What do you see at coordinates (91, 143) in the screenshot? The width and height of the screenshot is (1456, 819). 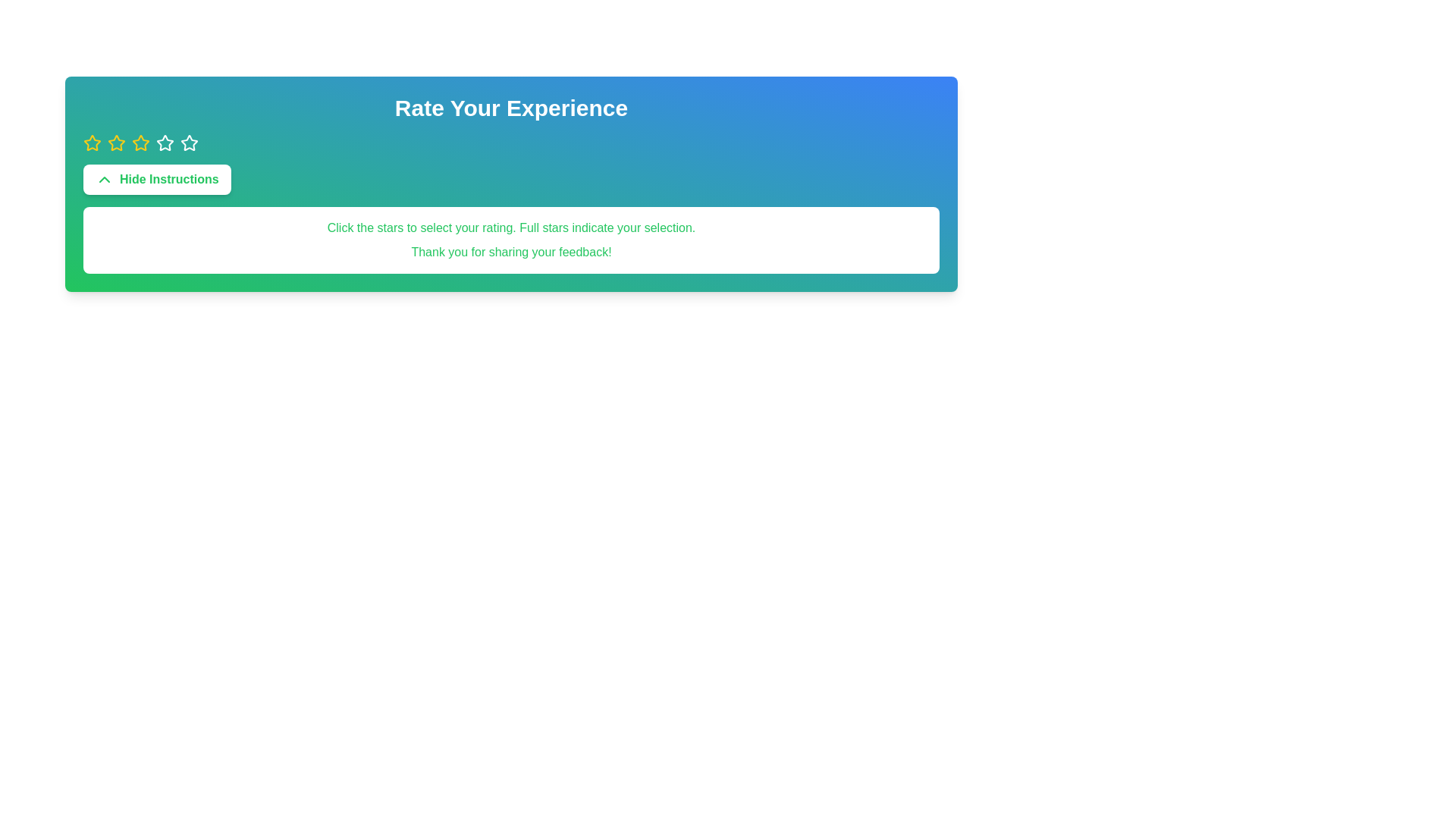 I see `the interactive star-shaped icon with a hollow center and yellow border, which is the first item in a row of five star icons located at the top-left corner of the card-like area` at bounding box center [91, 143].